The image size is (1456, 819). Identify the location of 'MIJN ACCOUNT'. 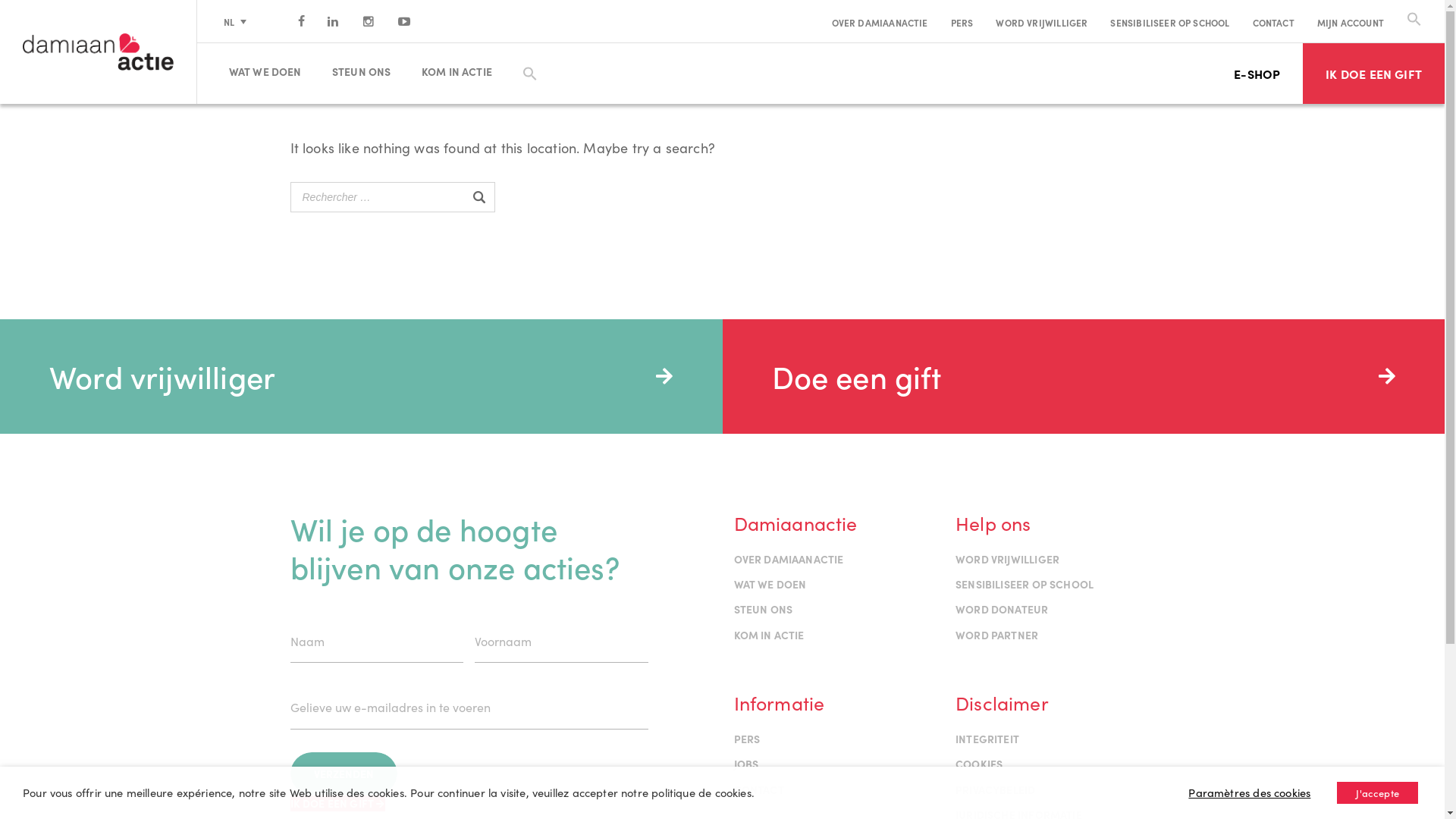
(1350, 22).